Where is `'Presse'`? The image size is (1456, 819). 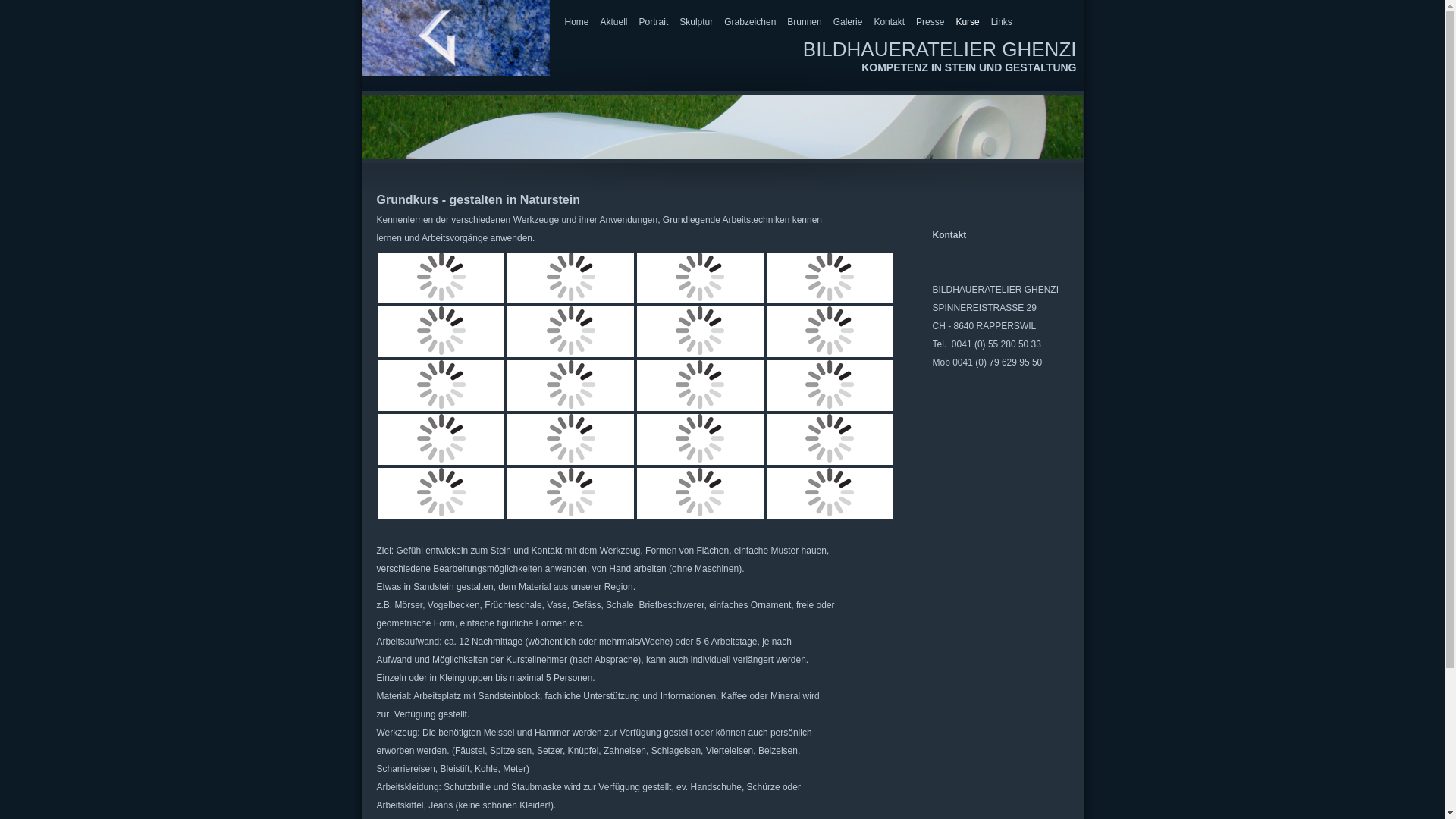 'Presse' is located at coordinates (915, 22).